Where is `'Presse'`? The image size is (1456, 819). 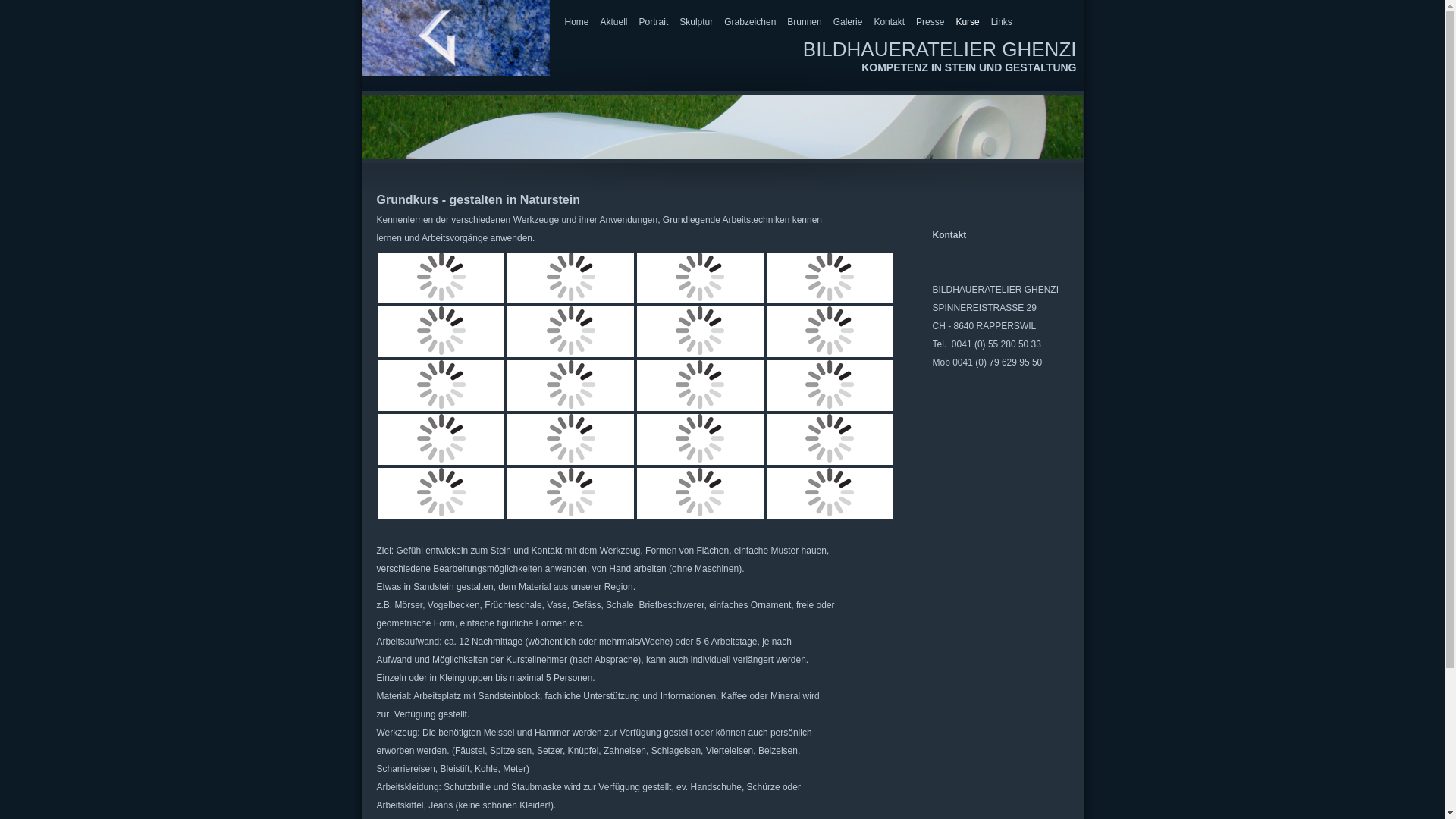 'Presse' is located at coordinates (915, 22).